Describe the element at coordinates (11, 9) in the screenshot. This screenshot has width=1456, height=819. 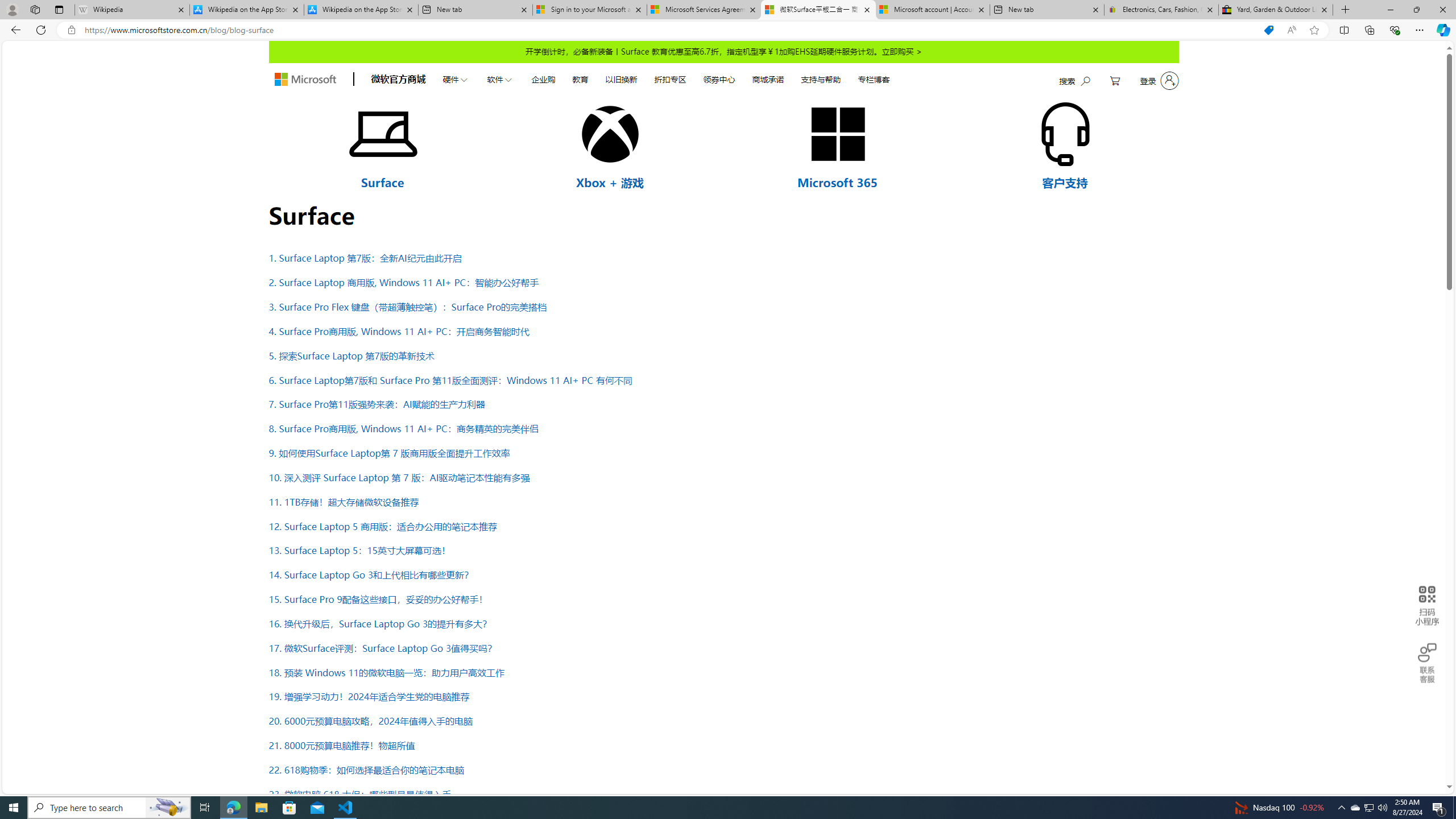
I see `'Personal Profile'` at that location.